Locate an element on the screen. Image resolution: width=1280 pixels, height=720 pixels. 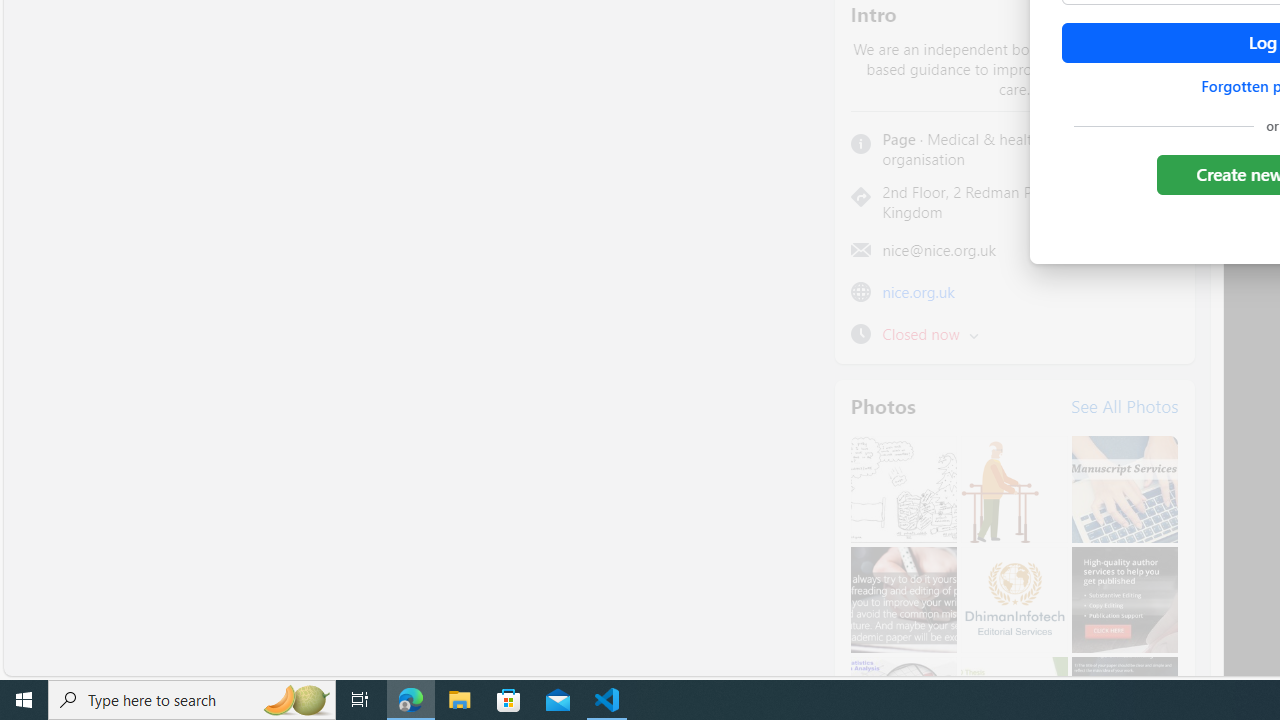
'Start' is located at coordinates (24, 698).